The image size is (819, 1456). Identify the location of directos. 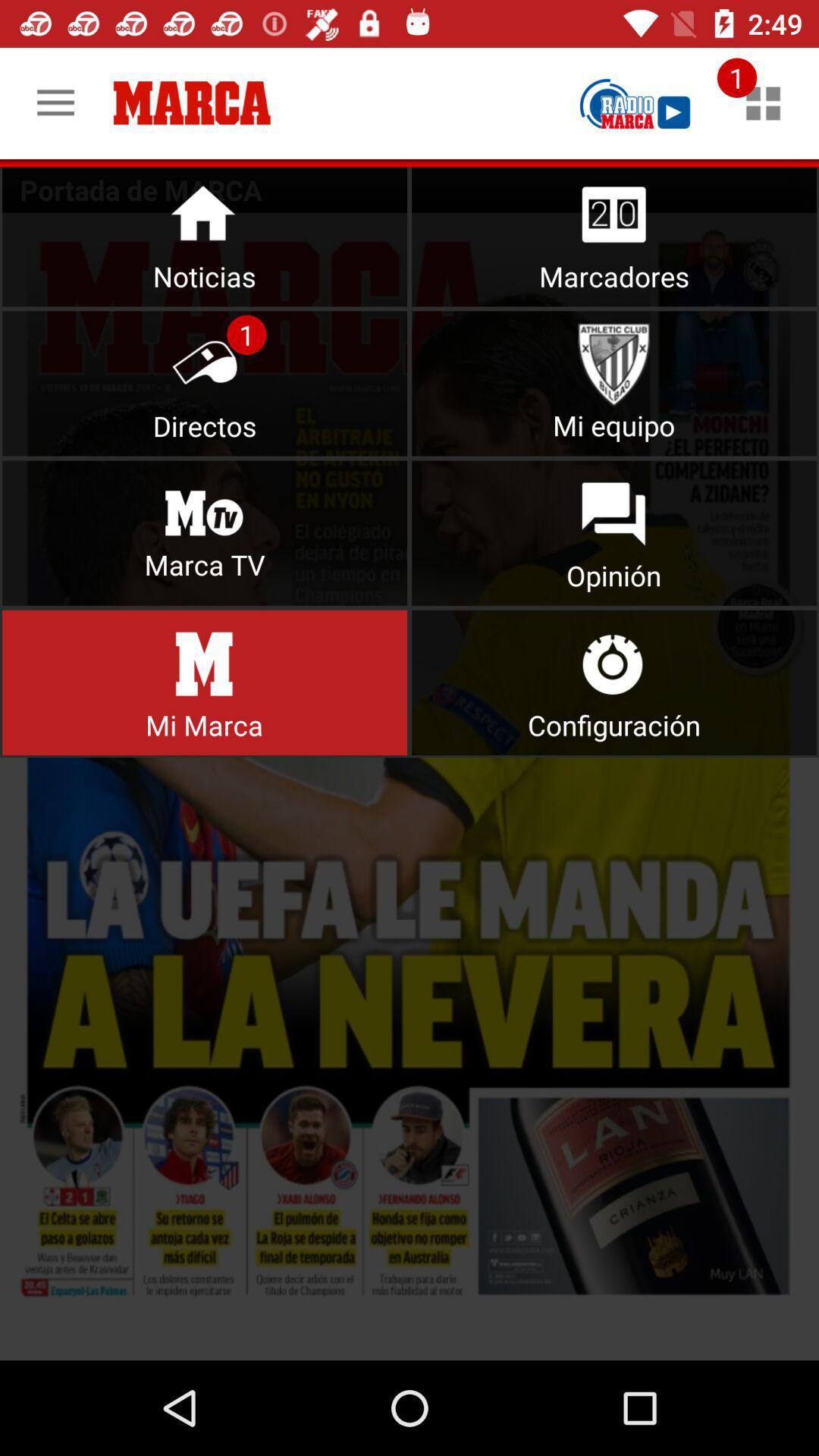
(205, 383).